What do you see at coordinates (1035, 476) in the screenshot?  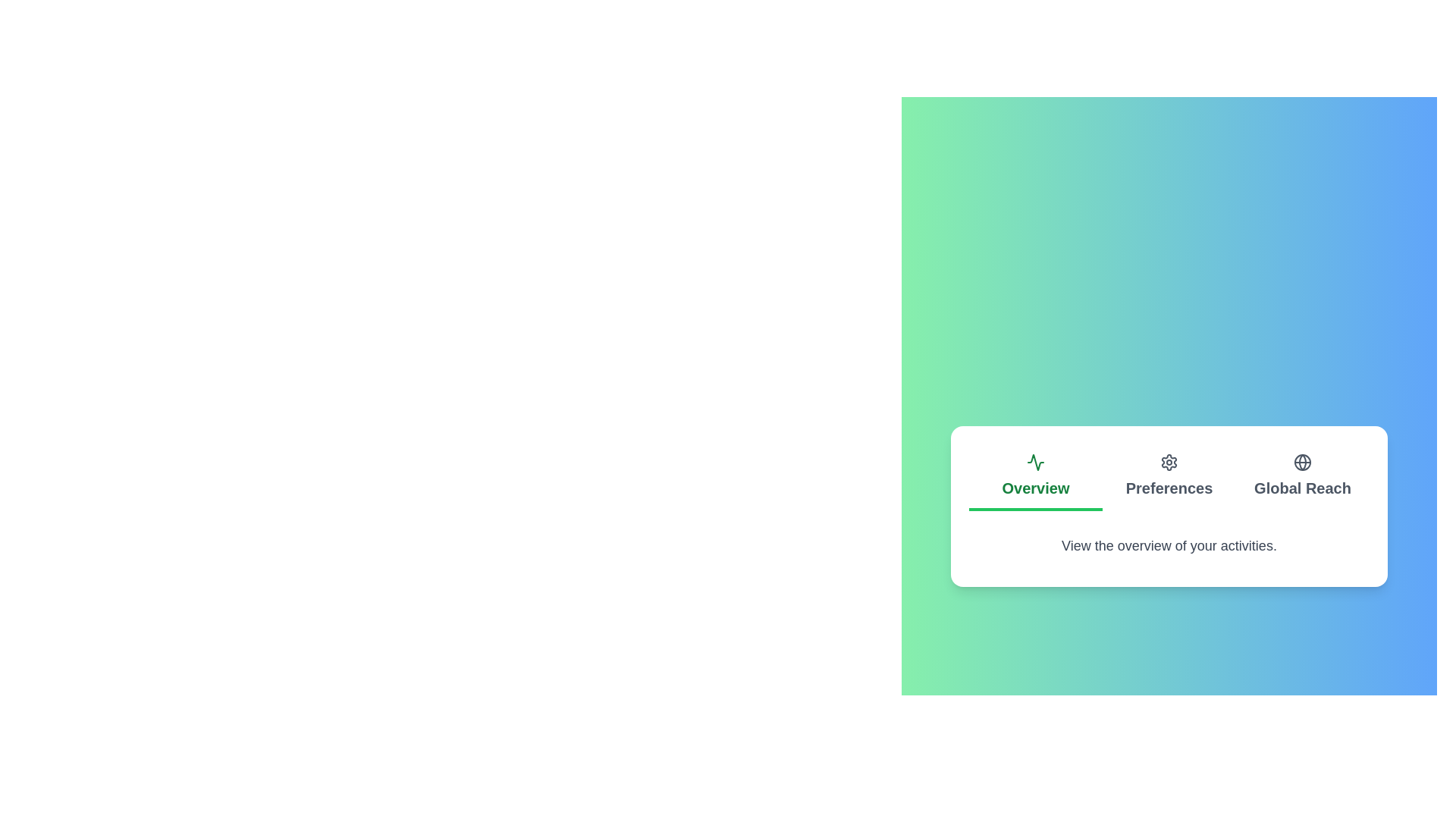 I see `the Overview tab to see its interactive effect` at bounding box center [1035, 476].